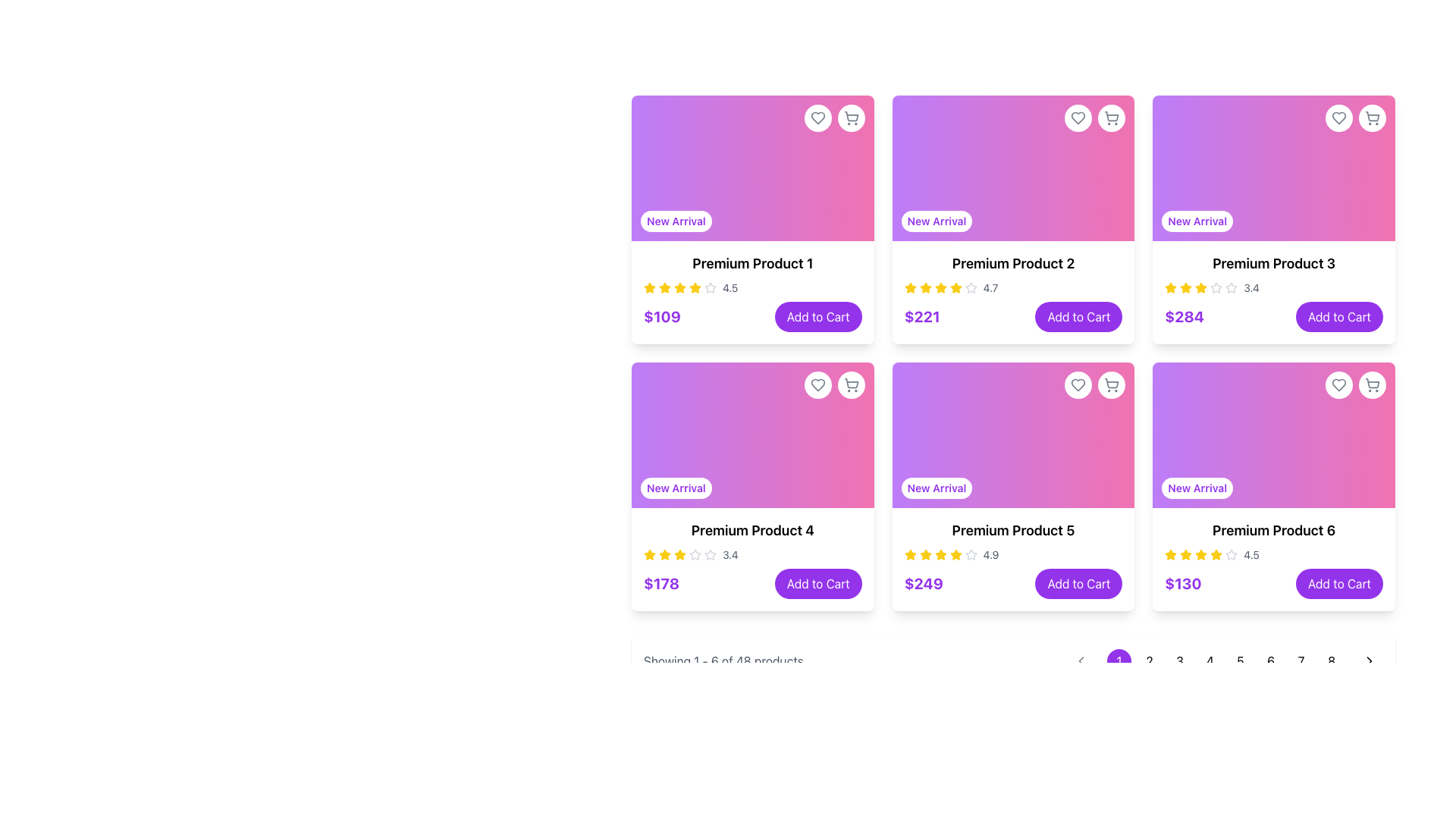 The image size is (1456, 819). I want to click on the third yellow star icon in the 5-star rating section under 'Premium Product 1', so click(650, 287).